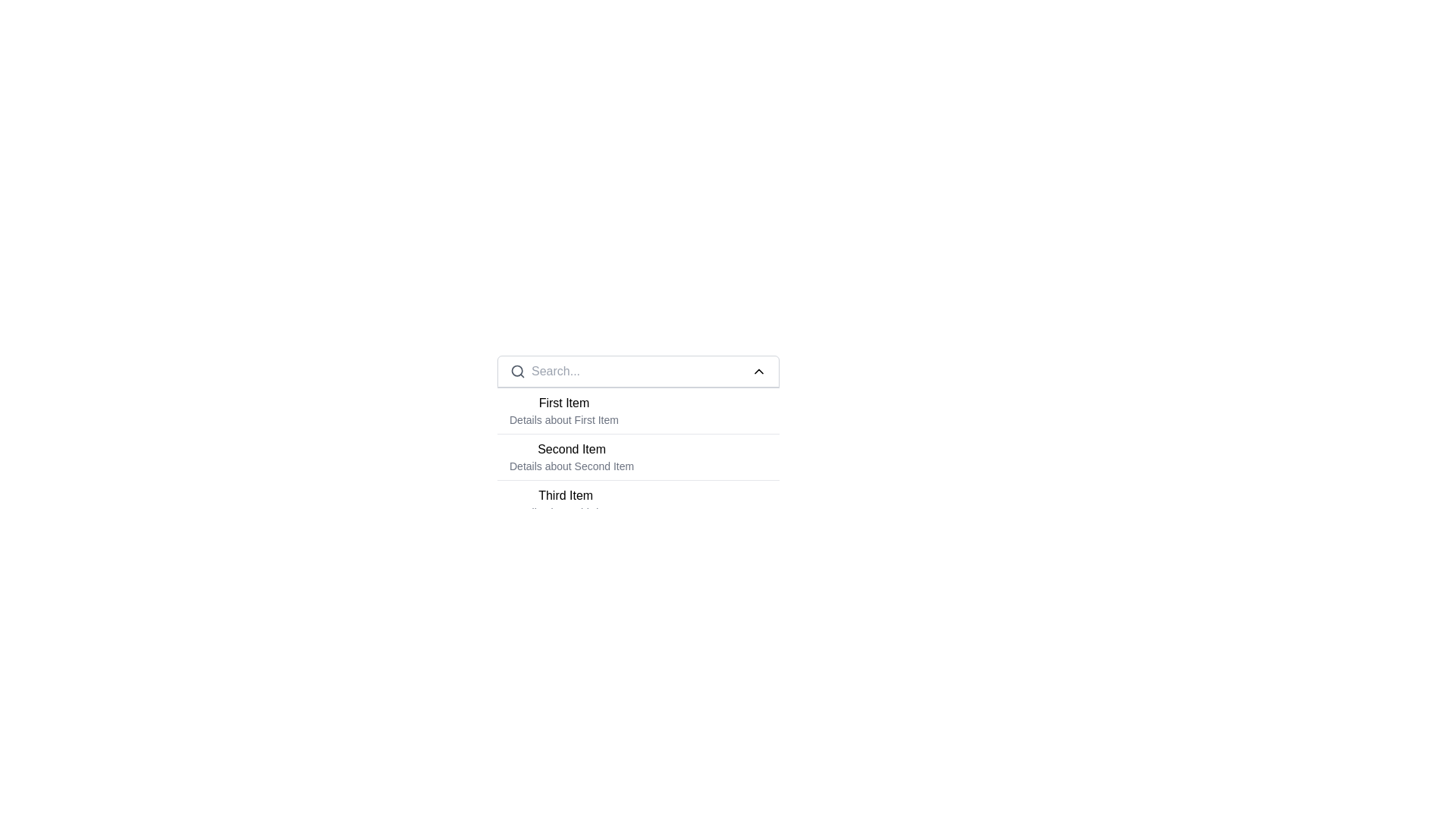  I want to click on circular graphical SVG component that represents the search function within the magnifying glass icon, located at the specified coordinates for UI debugging, so click(517, 371).